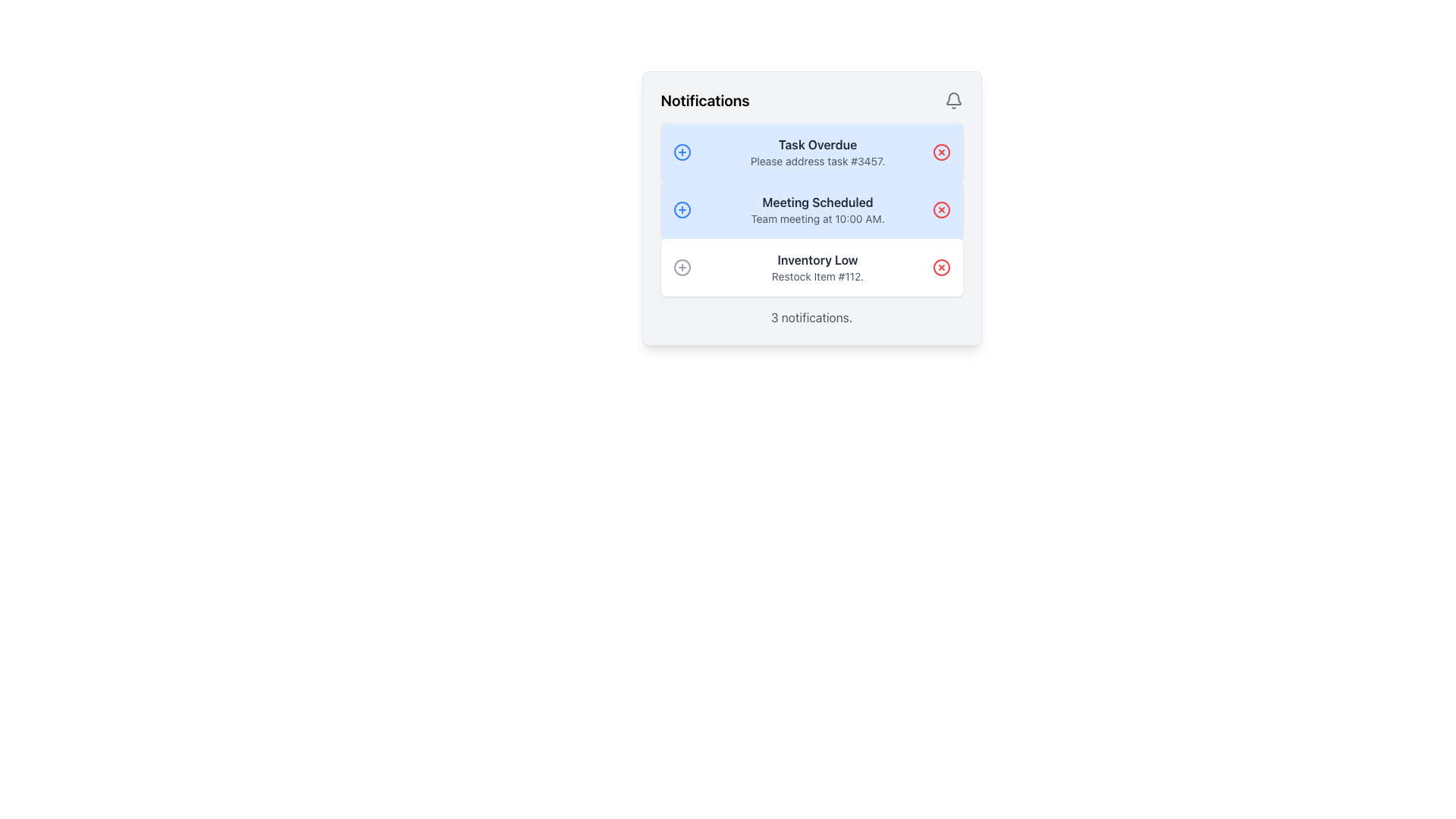 This screenshot has width=1456, height=819. Describe the element at coordinates (940, 210) in the screenshot. I see `the dismiss button located at the far right side of the 'Meeting Scheduled' notification entry` at that location.